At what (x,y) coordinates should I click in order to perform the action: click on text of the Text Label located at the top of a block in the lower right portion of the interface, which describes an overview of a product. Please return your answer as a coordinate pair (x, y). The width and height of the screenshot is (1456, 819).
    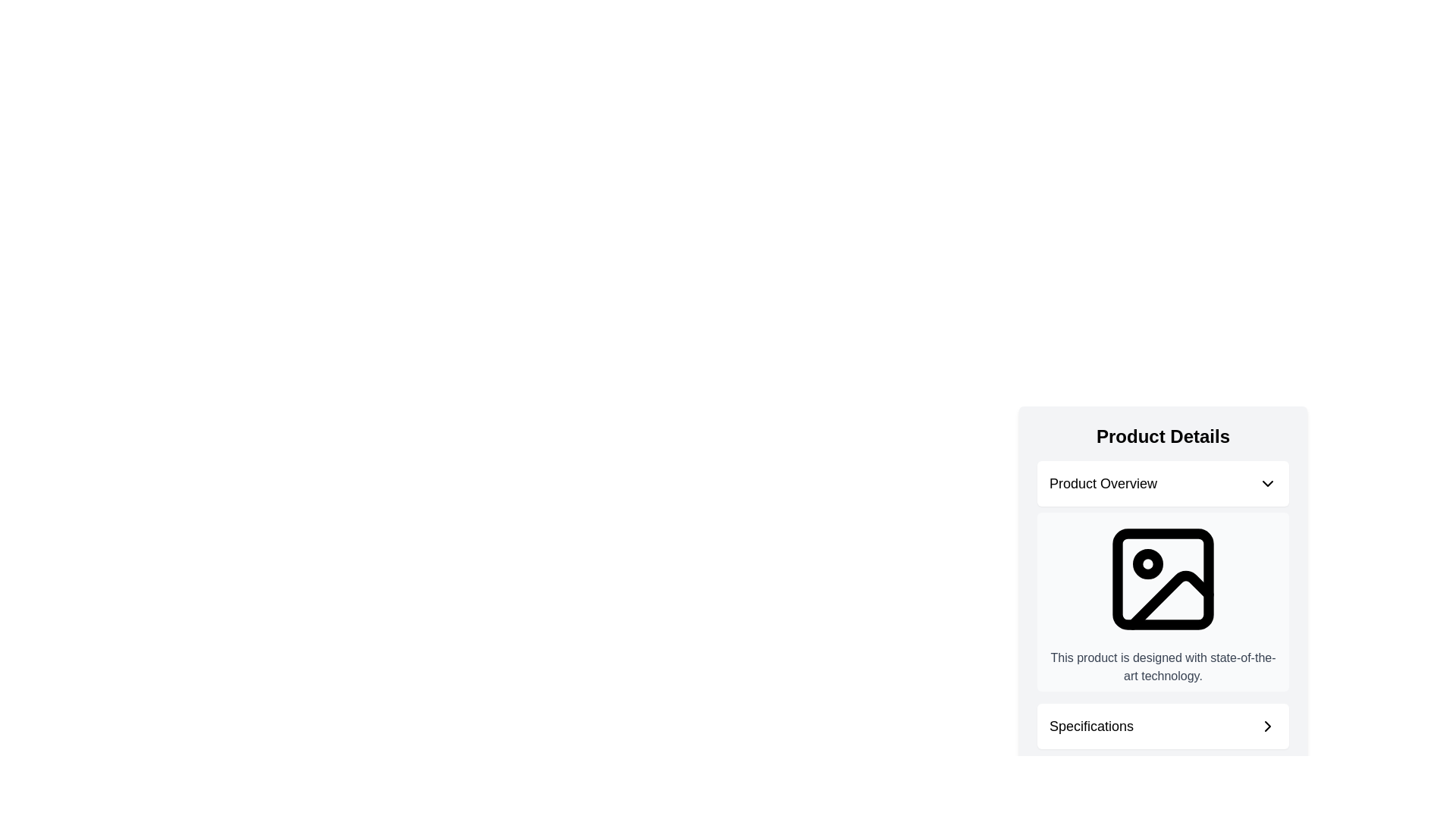
    Looking at the image, I should click on (1103, 483).